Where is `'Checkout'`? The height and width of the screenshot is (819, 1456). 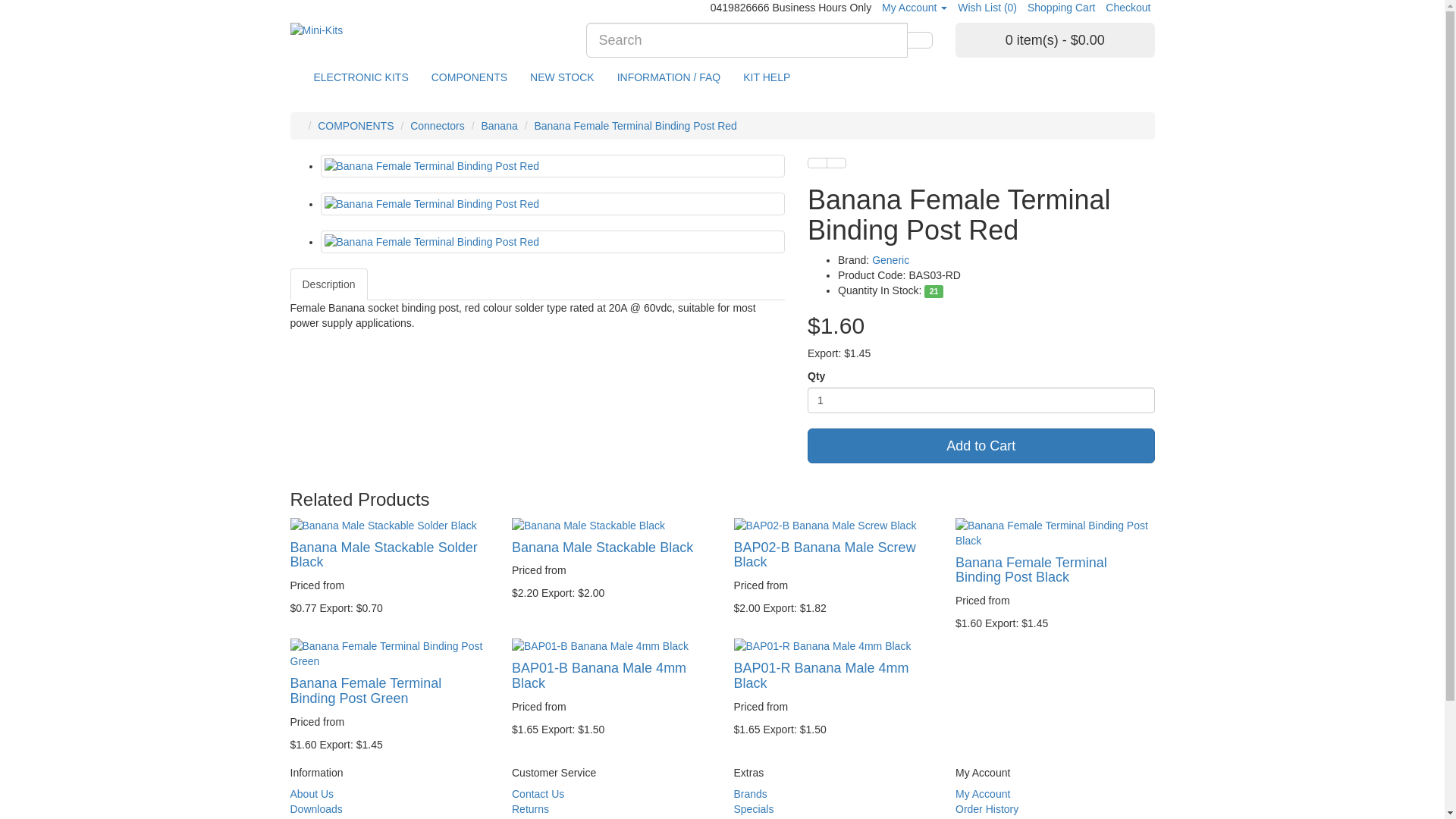
'Checkout' is located at coordinates (1128, 8).